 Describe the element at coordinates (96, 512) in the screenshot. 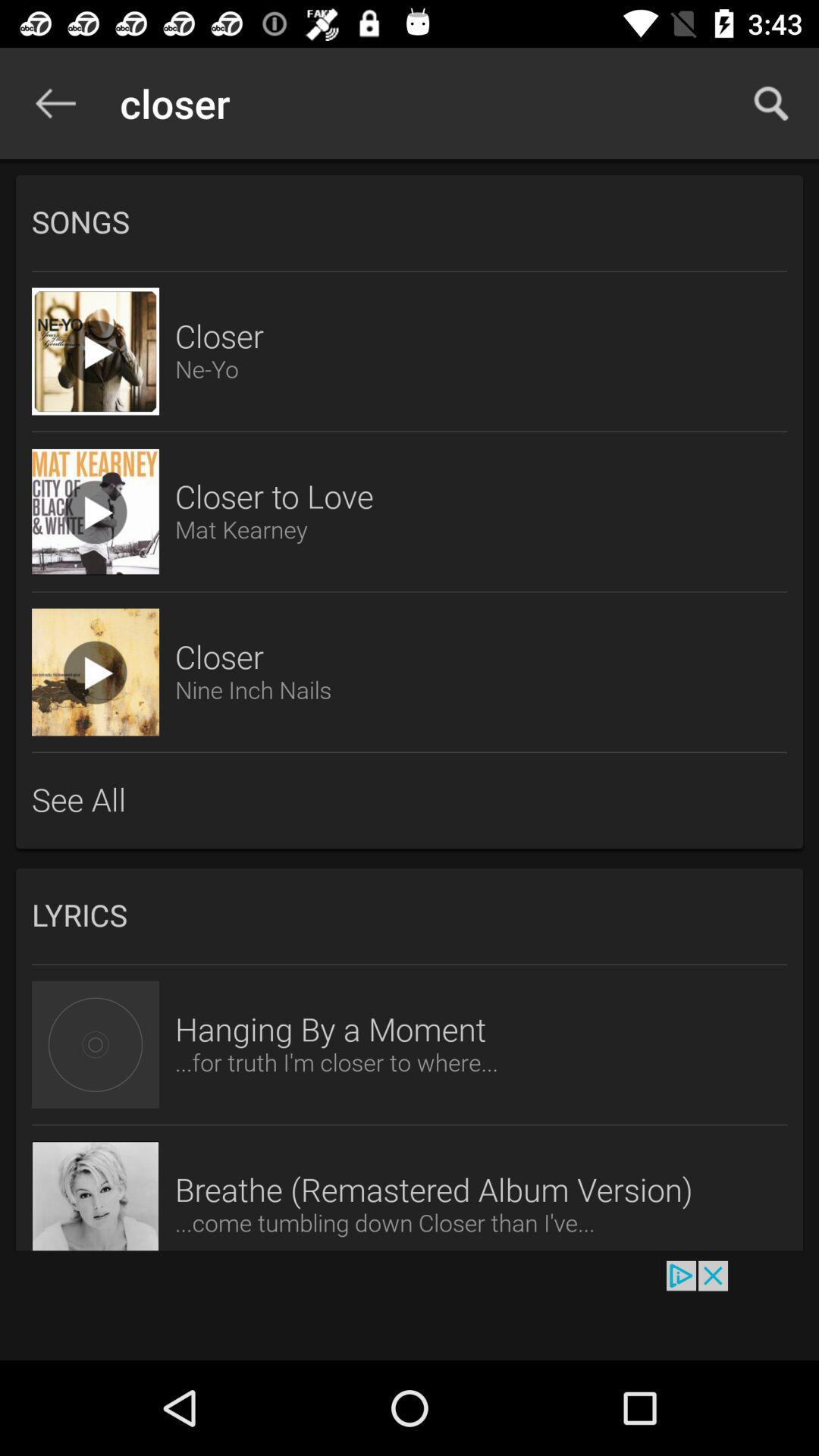

I see `the play icon` at that location.